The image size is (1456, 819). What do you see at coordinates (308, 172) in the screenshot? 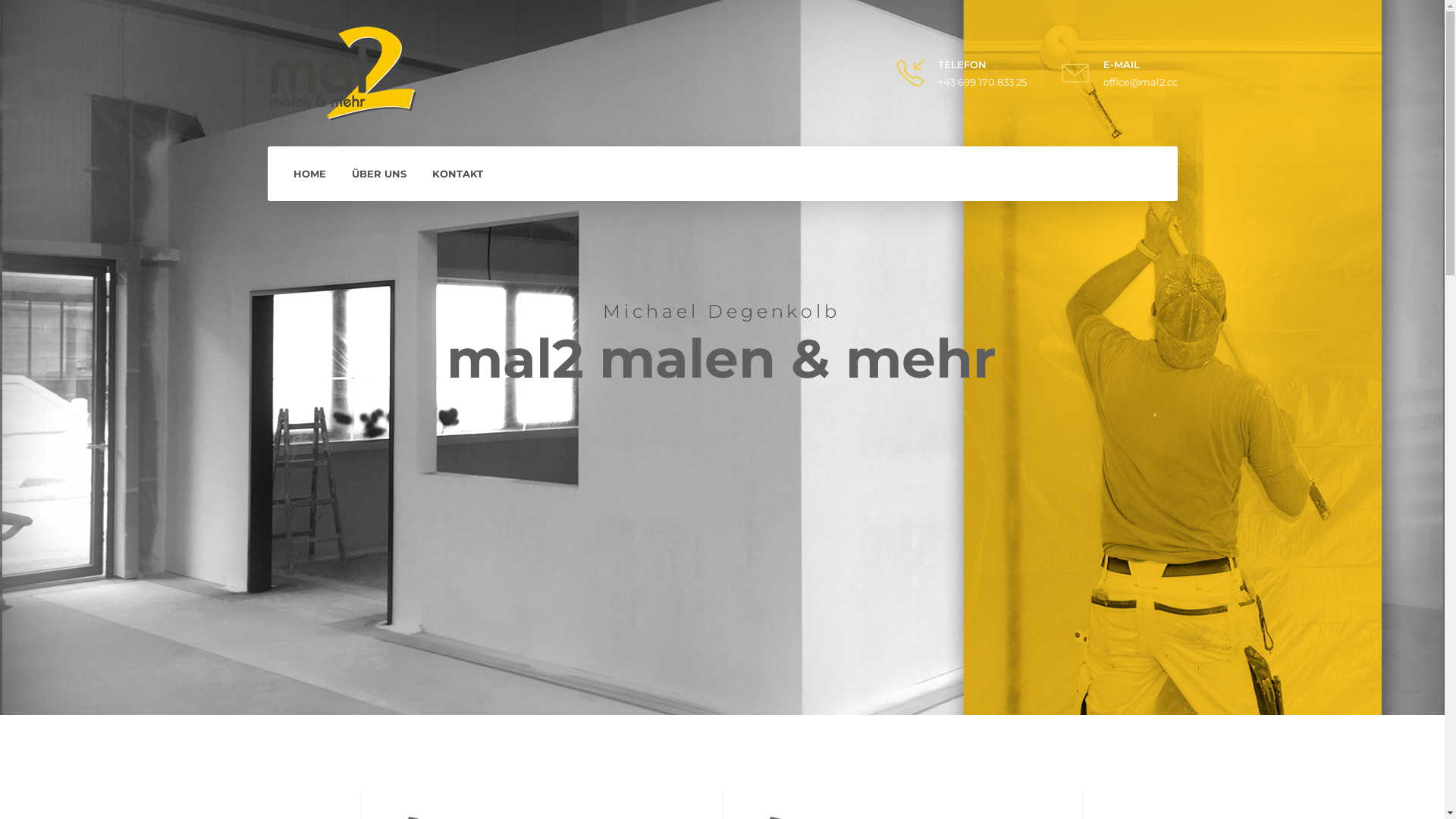
I see `'HOME'` at bounding box center [308, 172].